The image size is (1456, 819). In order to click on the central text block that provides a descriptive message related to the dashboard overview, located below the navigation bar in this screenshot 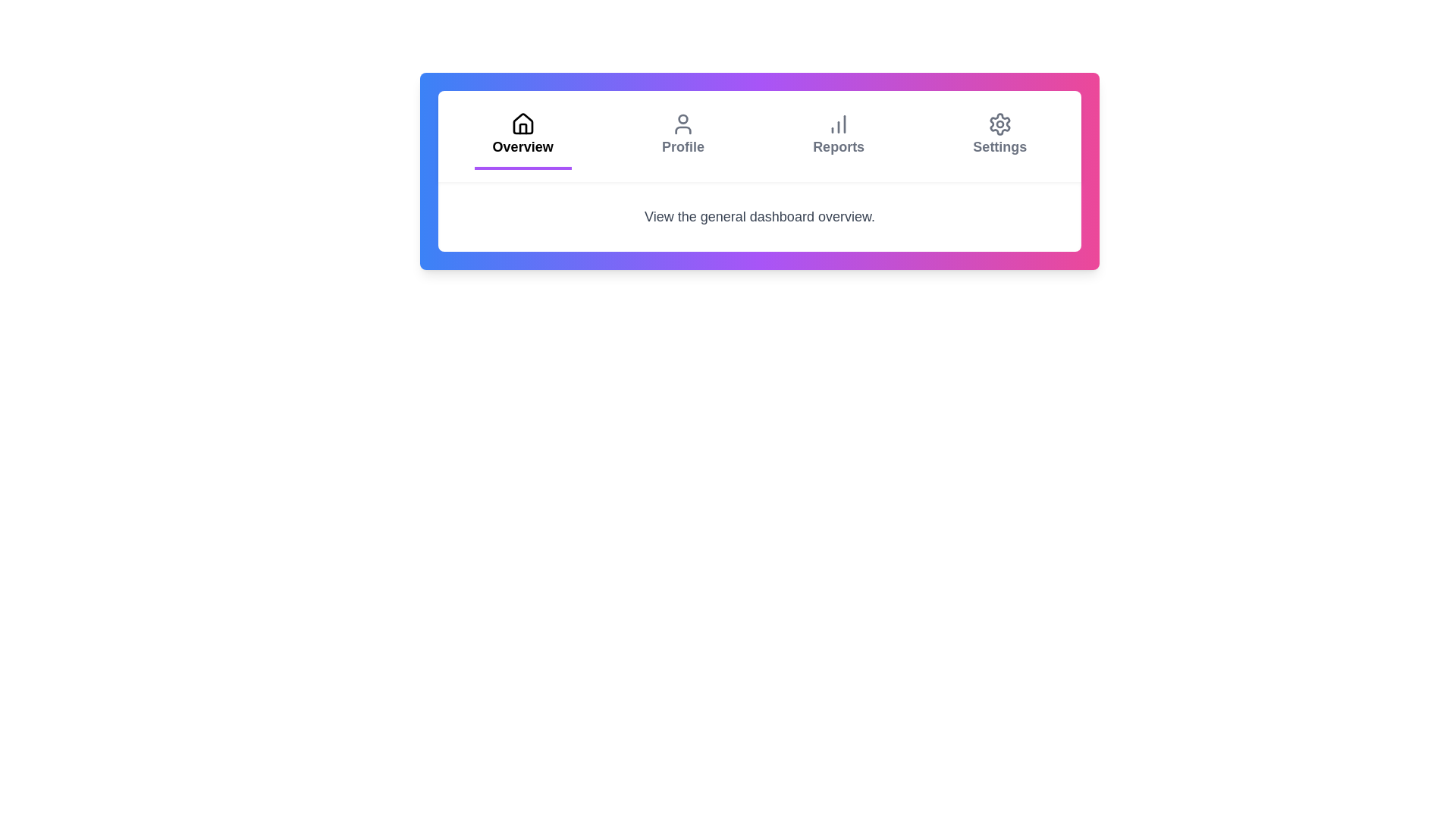, I will do `click(760, 216)`.